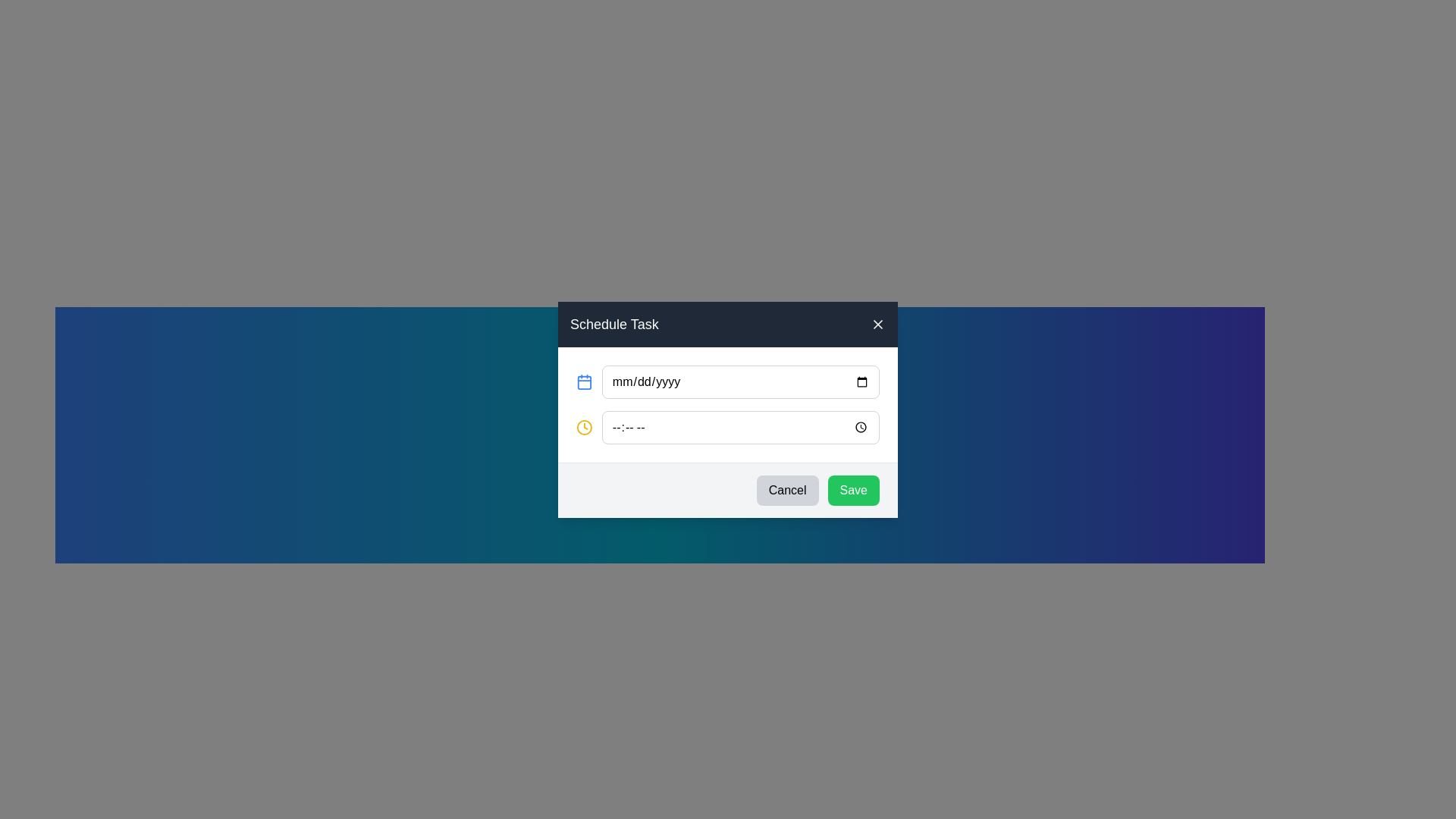 The width and height of the screenshot is (1456, 819). I want to click on the clock icon with a thin circular outline to focus the associated time input field in the 'Schedule Task' modal dialog, so click(583, 427).